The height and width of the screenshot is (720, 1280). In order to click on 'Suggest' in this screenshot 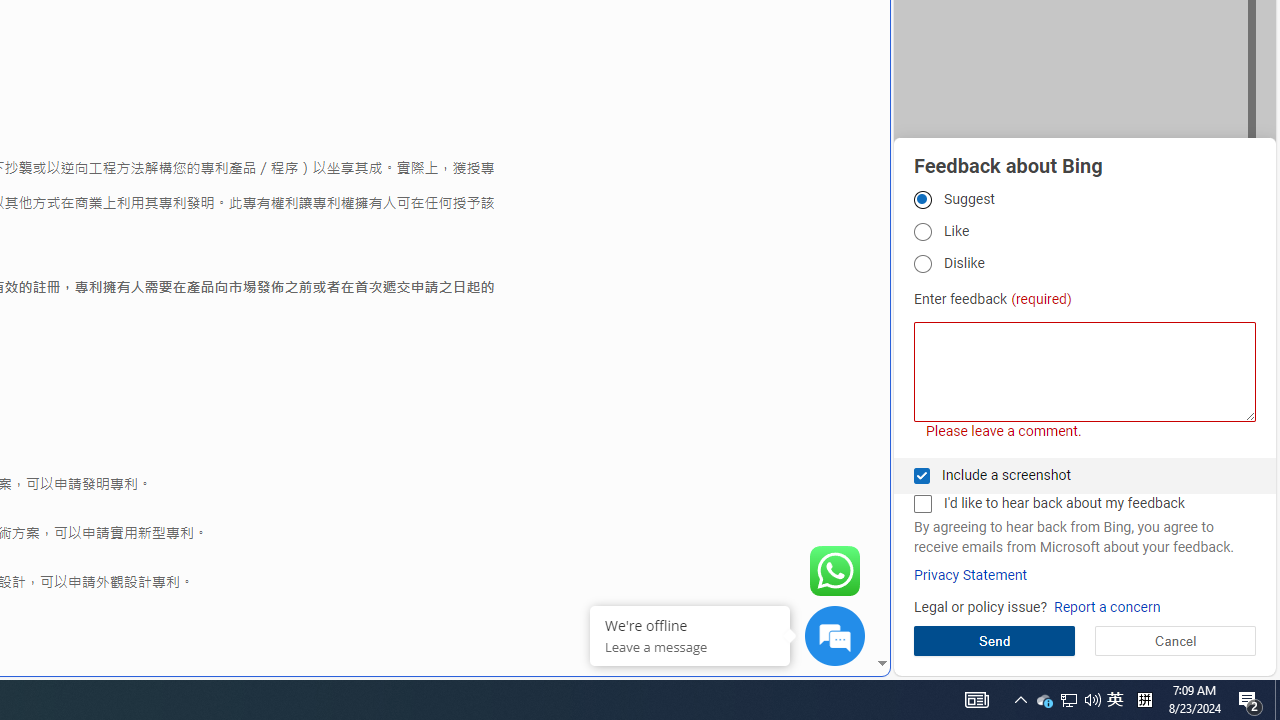, I will do `click(921, 199)`.